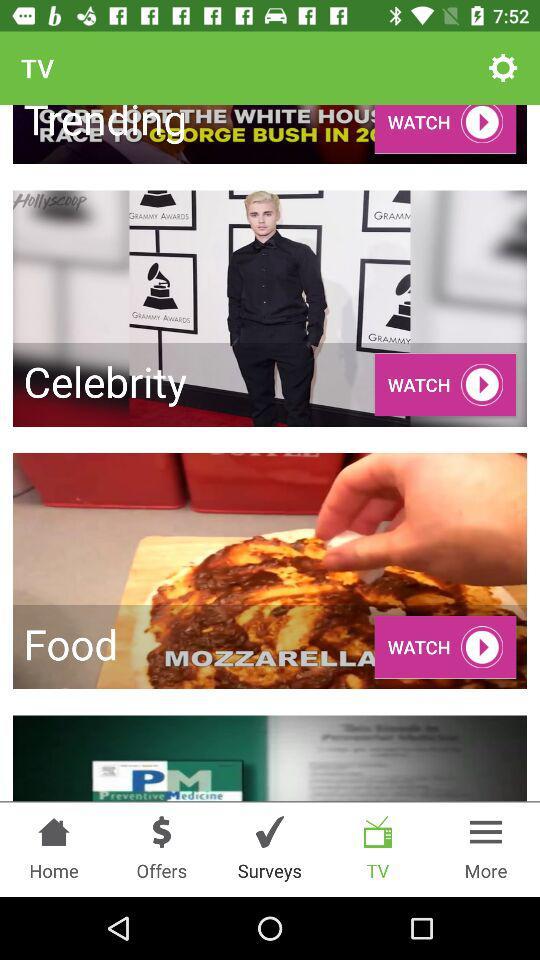 This screenshot has height=960, width=540. What do you see at coordinates (161, 832) in the screenshot?
I see `the offers icon` at bounding box center [161, 832].